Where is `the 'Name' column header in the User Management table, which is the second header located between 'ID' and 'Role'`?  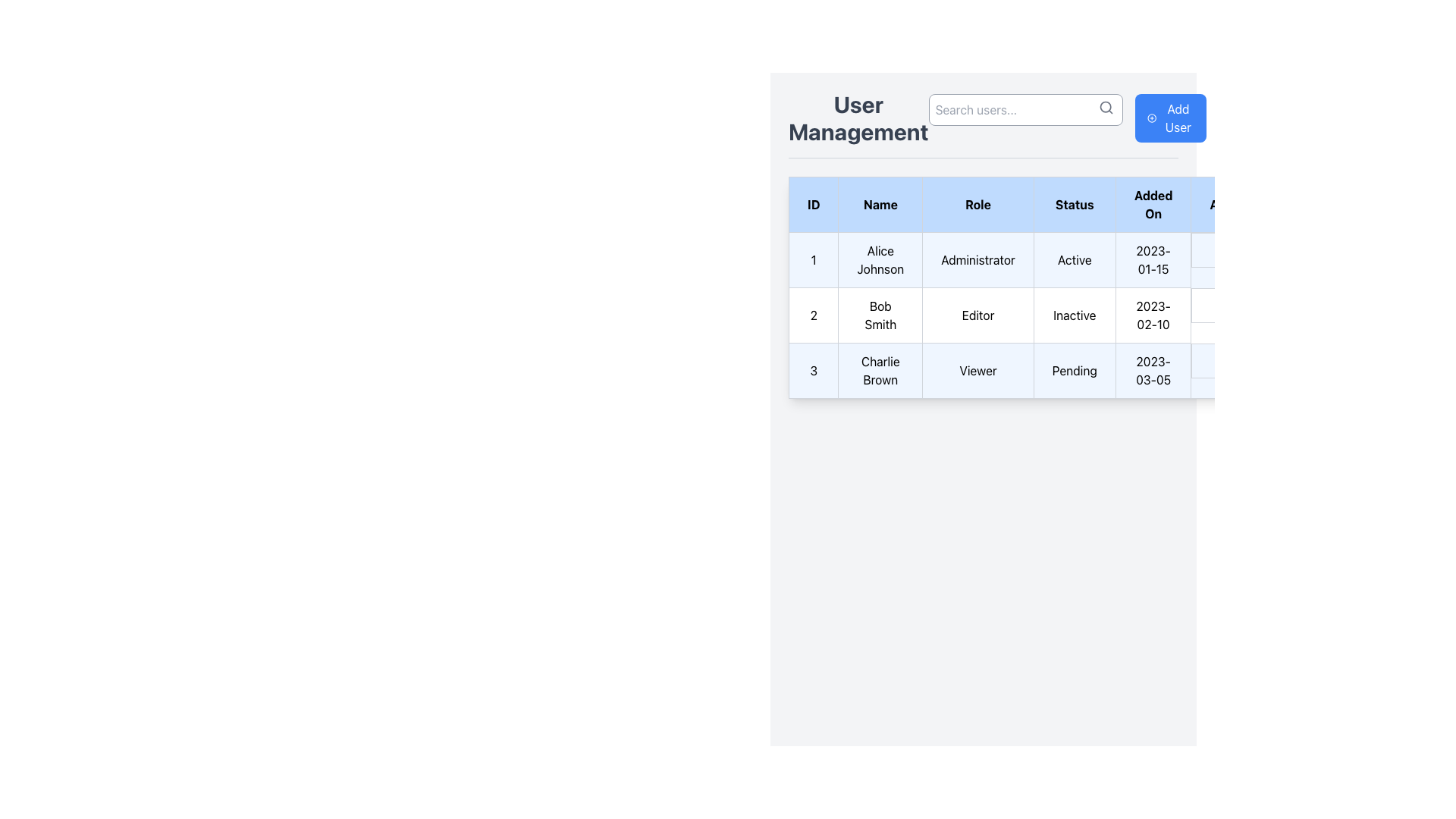
the 'Name' column header in the User Management table, which is the second header located between 'ID' and 'Role' is located at coordinates (880, 205).